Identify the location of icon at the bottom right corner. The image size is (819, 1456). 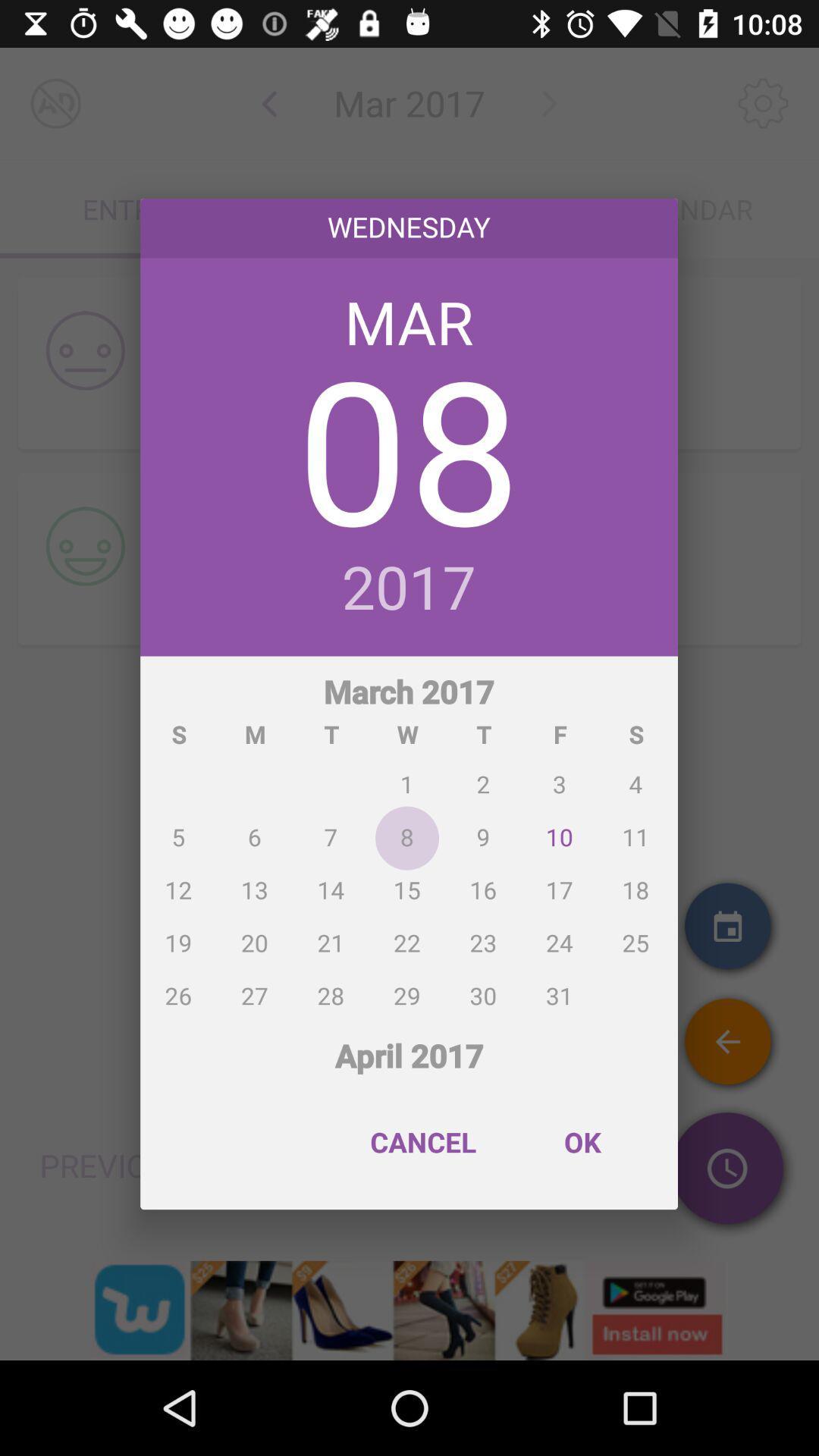
(581, 1142).